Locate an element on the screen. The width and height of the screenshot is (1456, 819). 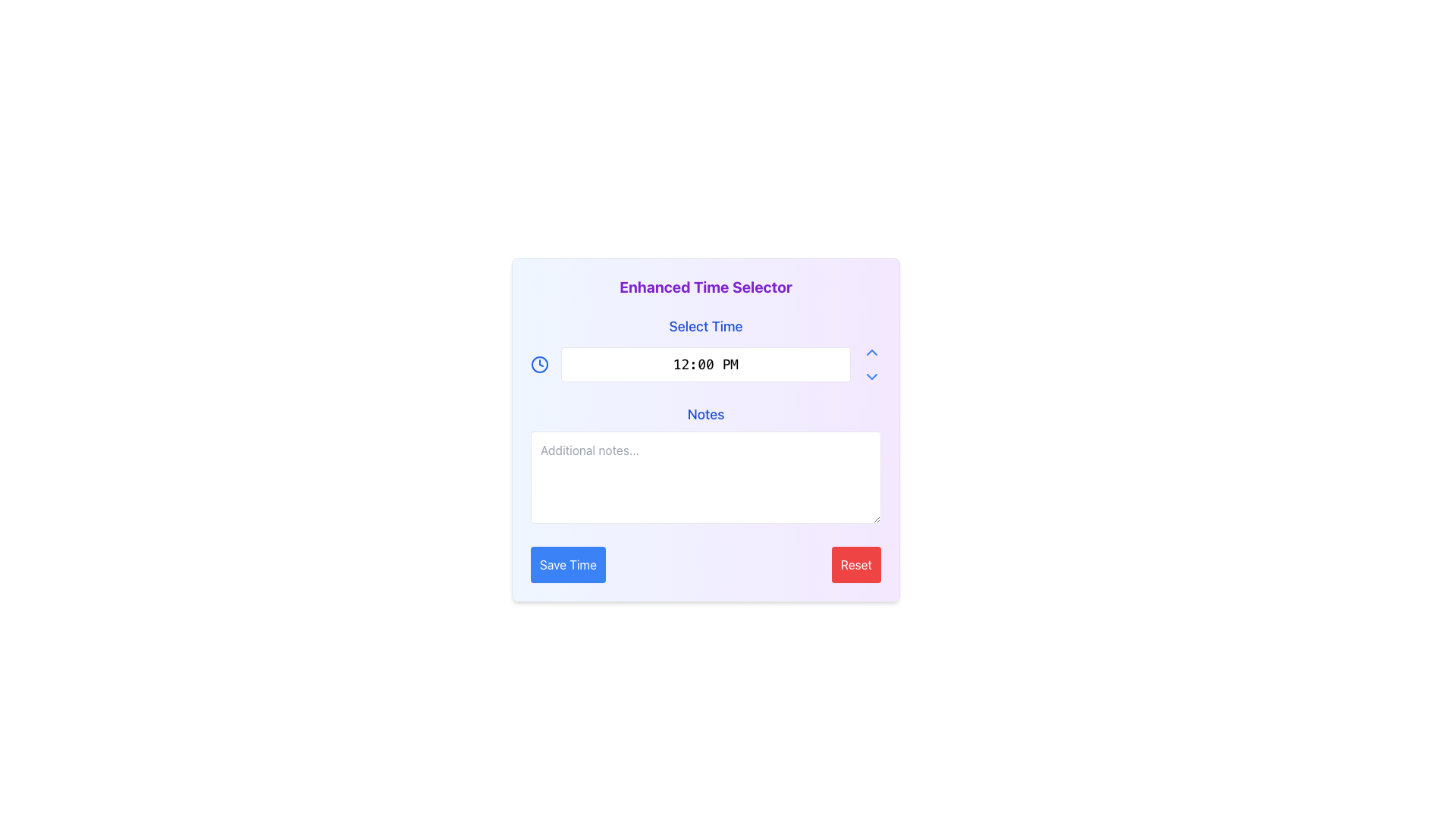
the time input field displaying '12:00 PM' to focus on it is located at coordinates (705, 365).